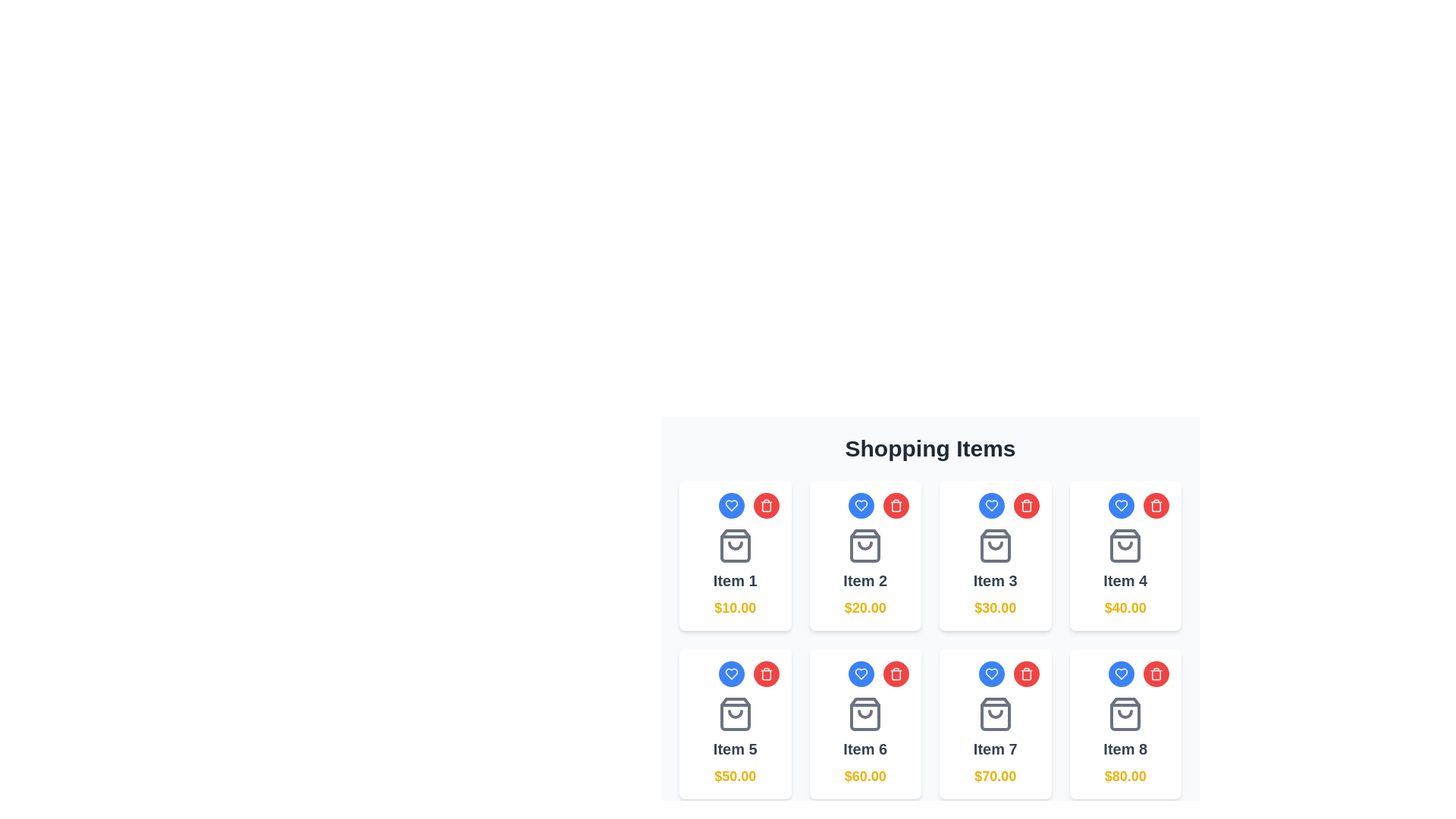 This screenshot has height=819, width=1456. Describe the element at coordinates (1125, 580) in the screenshot. I see `text content of the element displaying 'Item 4' in bold and large font, located in the second row, fourth column of the grid layout within a product card` at that location.